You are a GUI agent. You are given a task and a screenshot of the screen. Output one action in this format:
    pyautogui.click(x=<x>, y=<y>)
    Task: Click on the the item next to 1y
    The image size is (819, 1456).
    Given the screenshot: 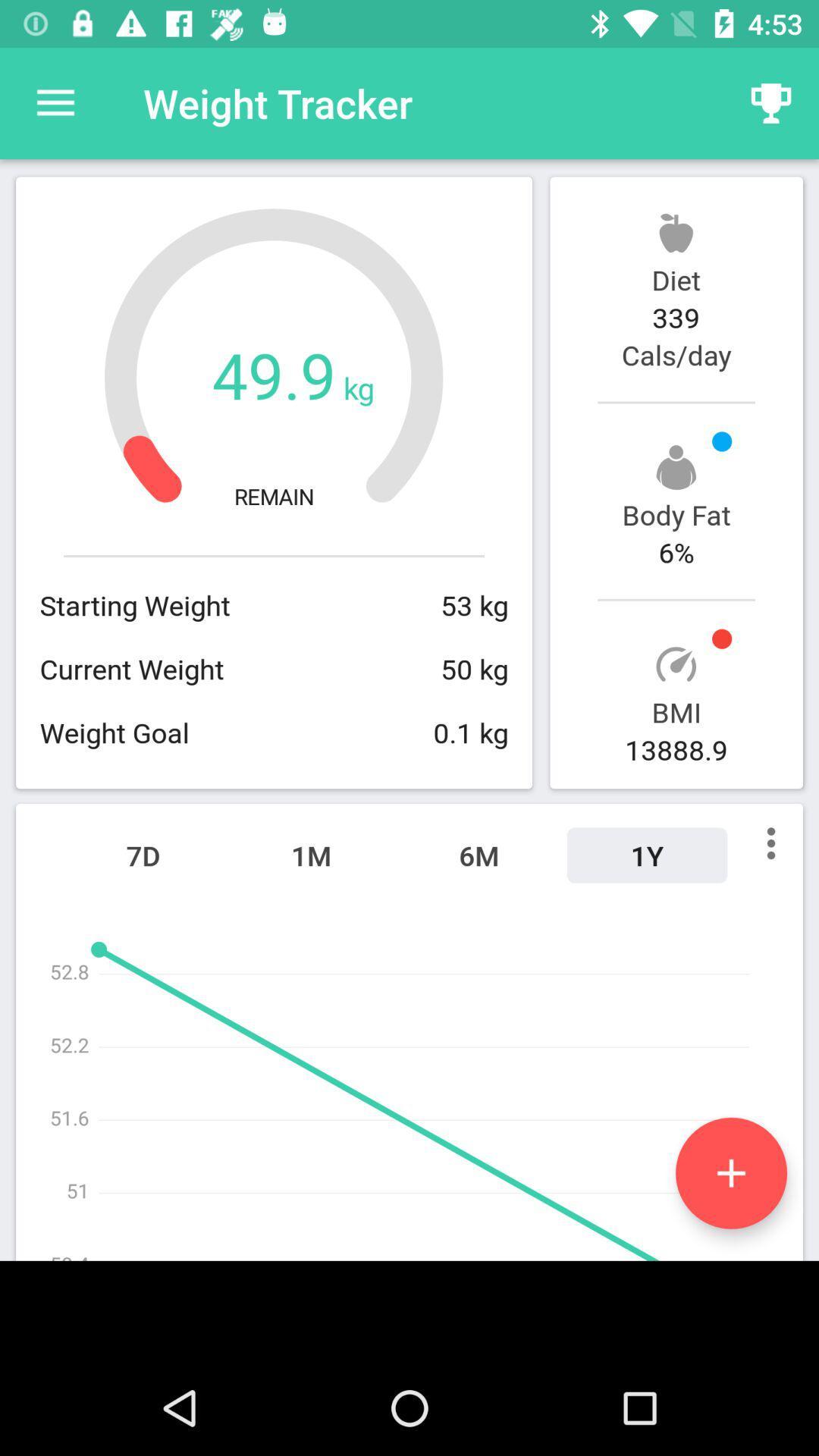 What is the action you would take?
    pyautogui.click(x=479, y=855)
    